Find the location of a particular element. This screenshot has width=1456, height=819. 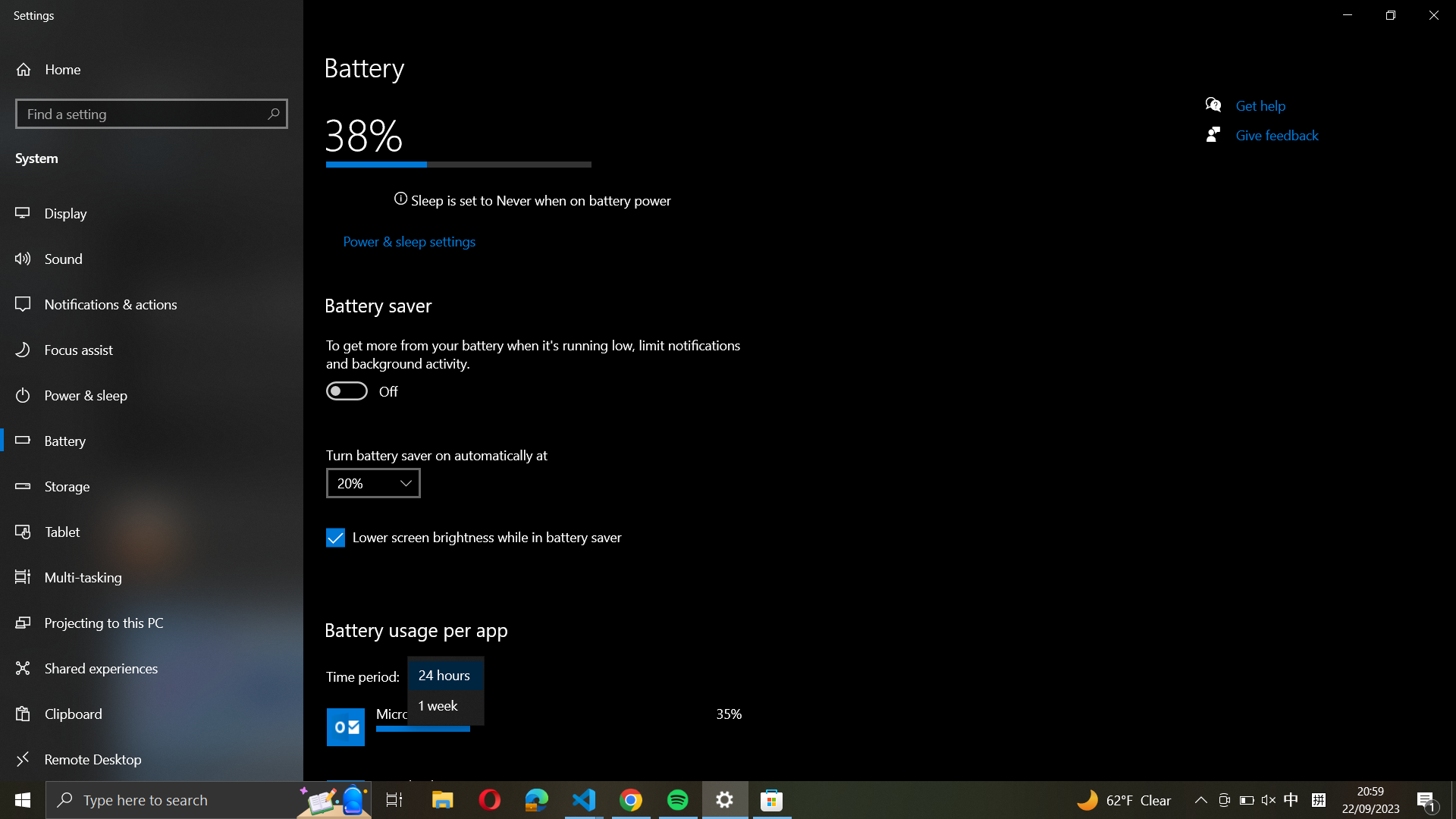

Use the left sidebar to open "Project to this PC" settings is located at coordinates (152, 625).